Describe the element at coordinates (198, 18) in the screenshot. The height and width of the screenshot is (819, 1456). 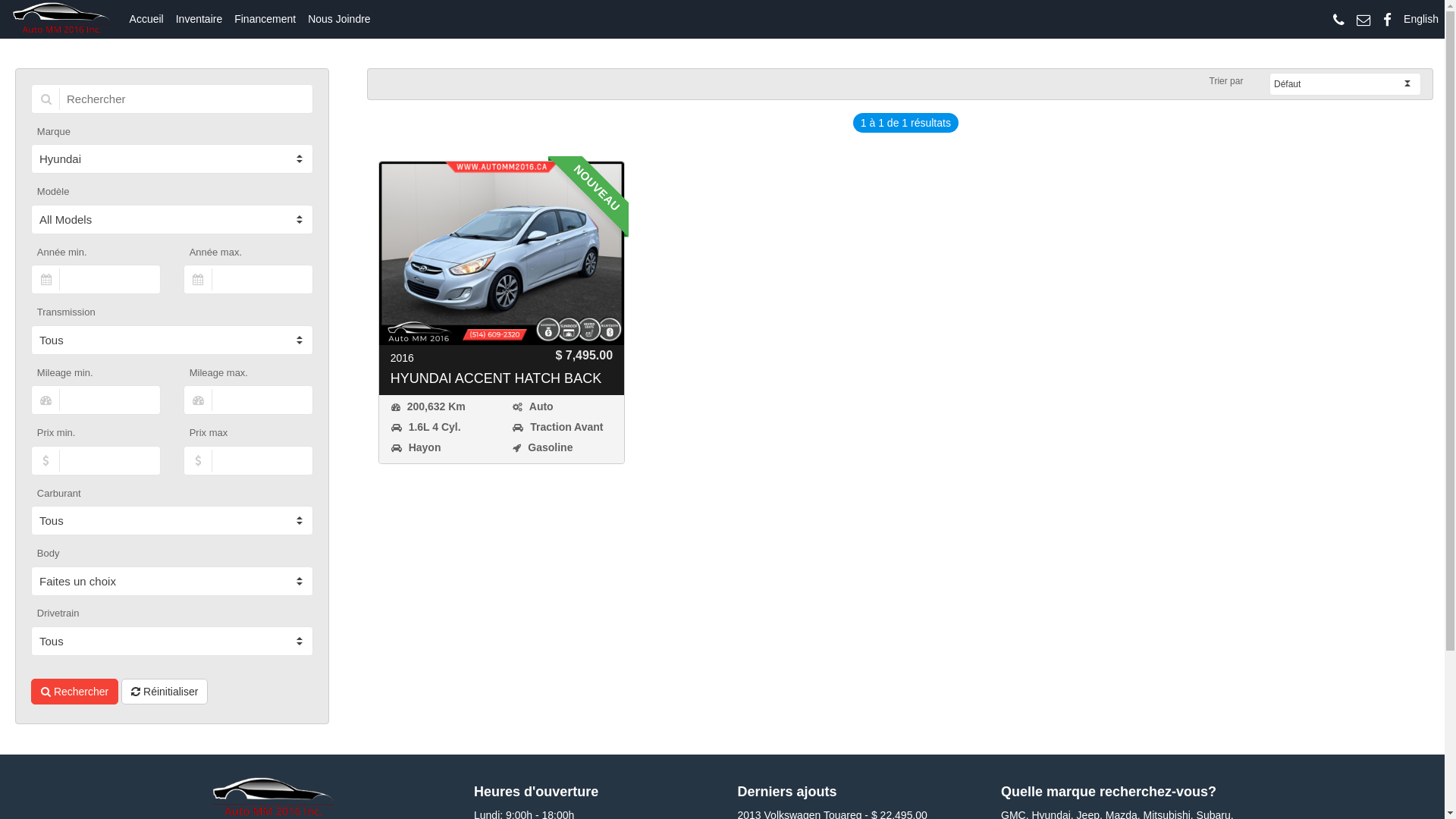
I see `'Inventaire'` at that location.